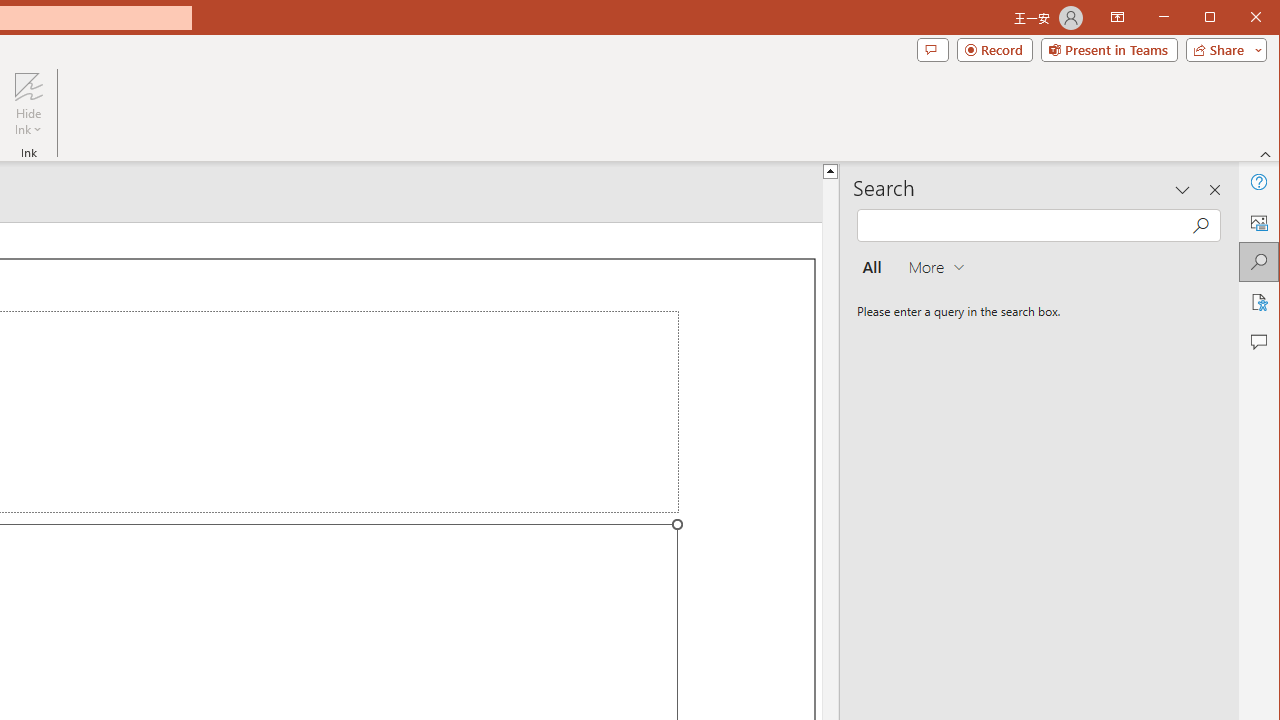 The width and height of the screenshot is (1280, 720). What do you see at coordinates (1214, 190) in the screenshot?
I see `'Close pane'` at bounding box center [1214, 190].